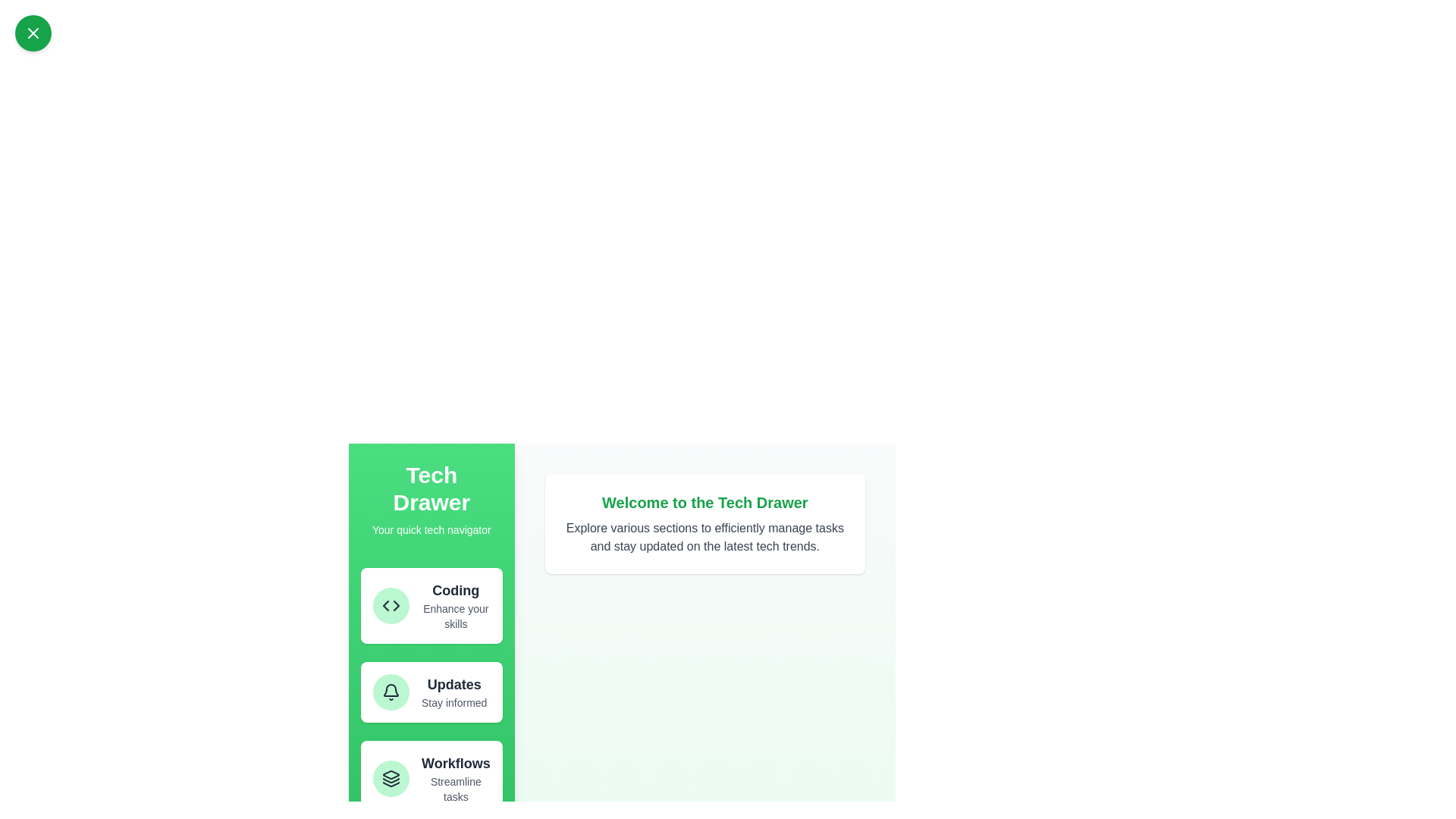 The height and width of the screenshot is (819, 1456). I want to click on the item Coding in the drawer, so click(431, 604).